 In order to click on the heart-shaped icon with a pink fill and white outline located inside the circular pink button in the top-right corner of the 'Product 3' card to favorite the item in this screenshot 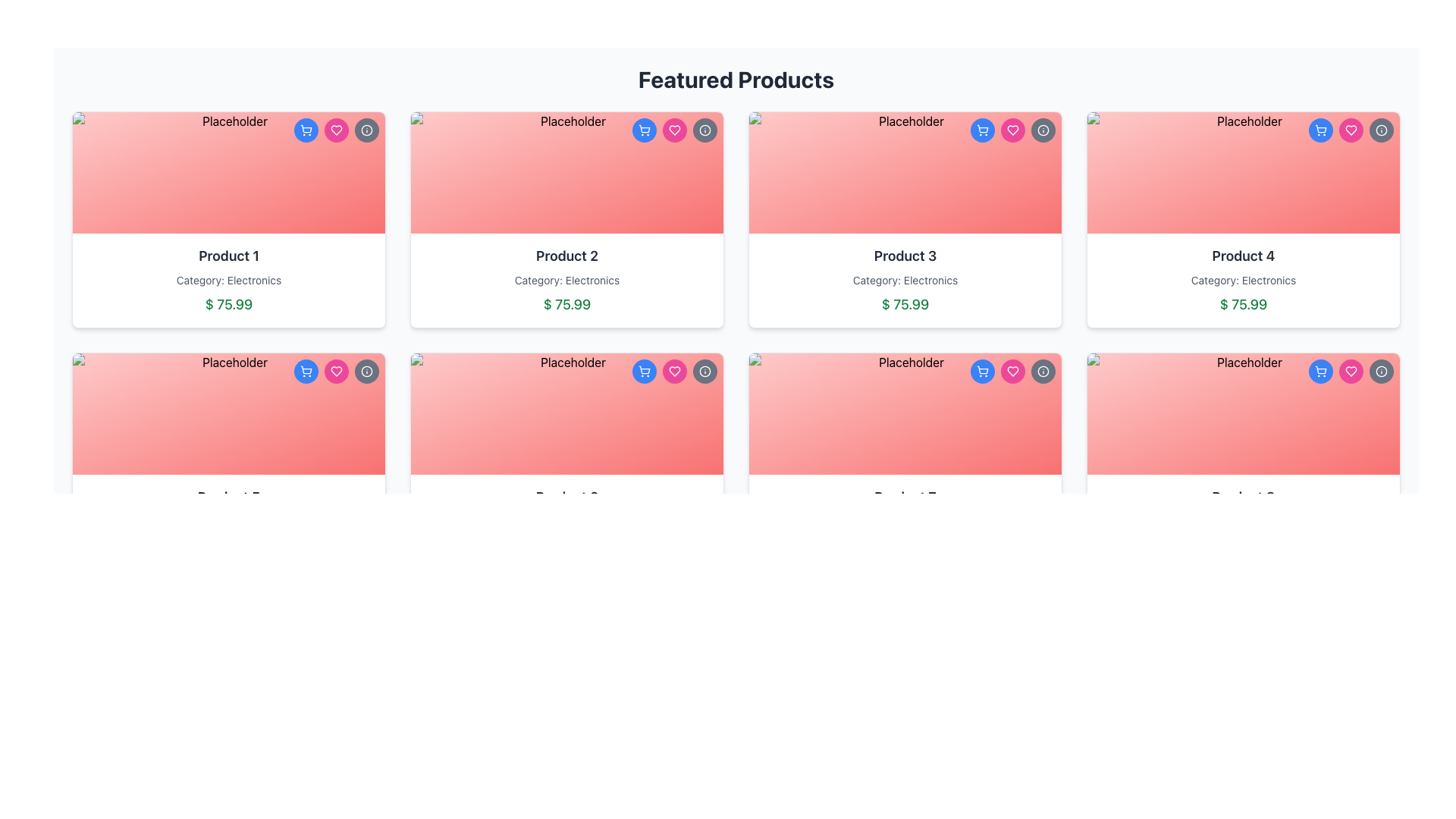, I will do `click(336, 371)`.